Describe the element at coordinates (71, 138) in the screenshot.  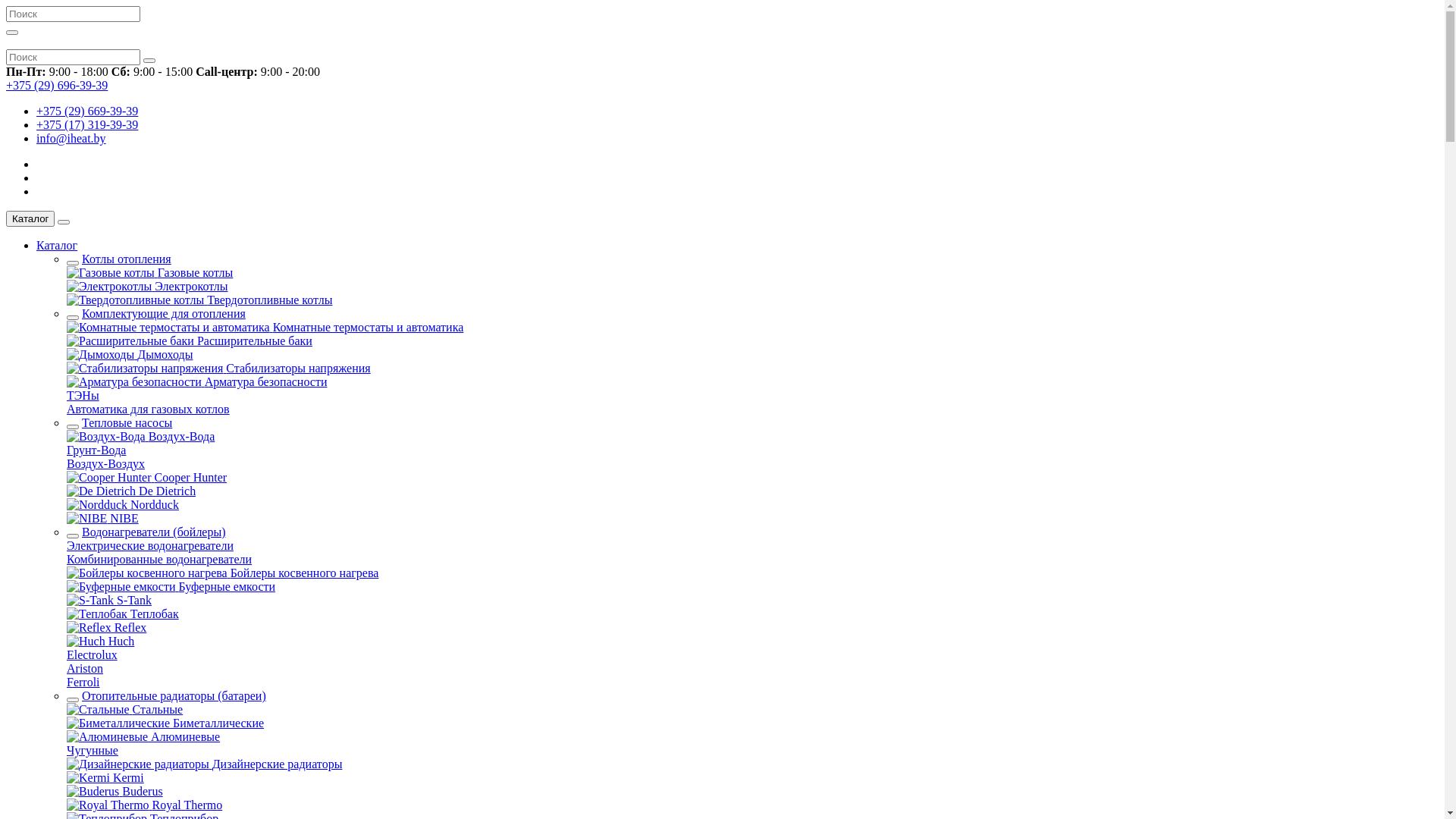
I see `'info@iheat.by'` at that location.